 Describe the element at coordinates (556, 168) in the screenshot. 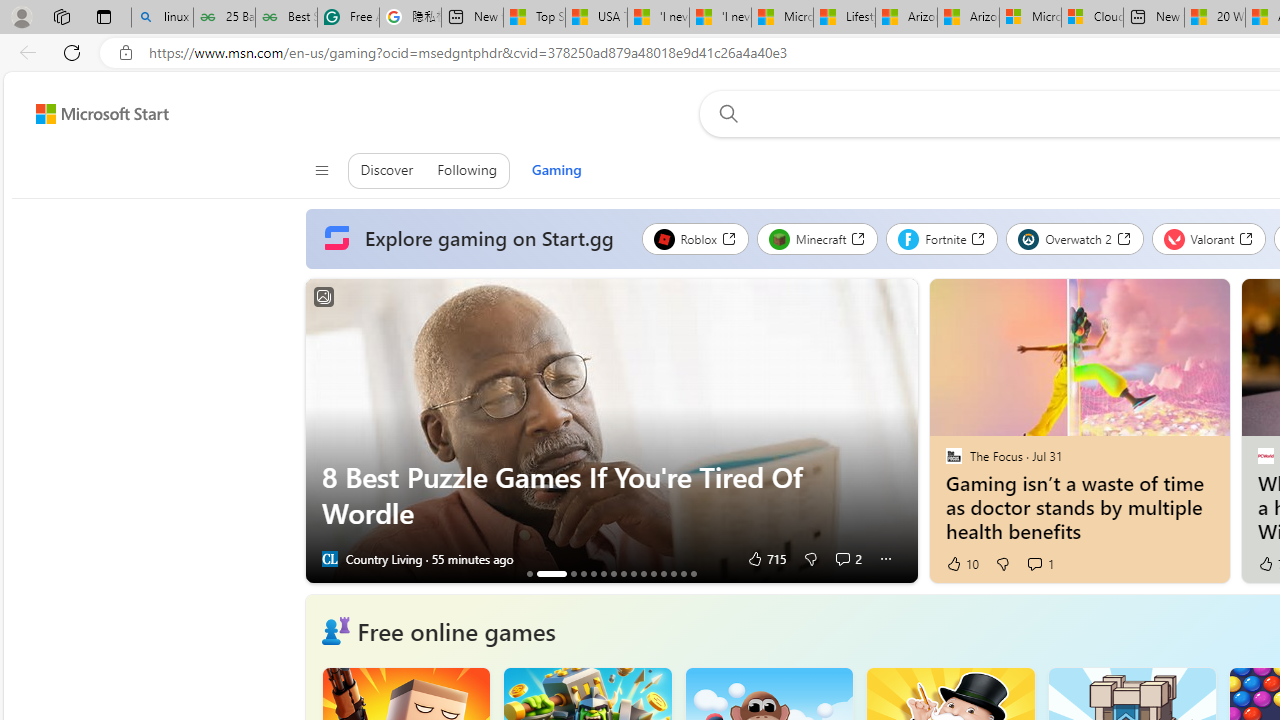

I see `'Gaming'` at that location.